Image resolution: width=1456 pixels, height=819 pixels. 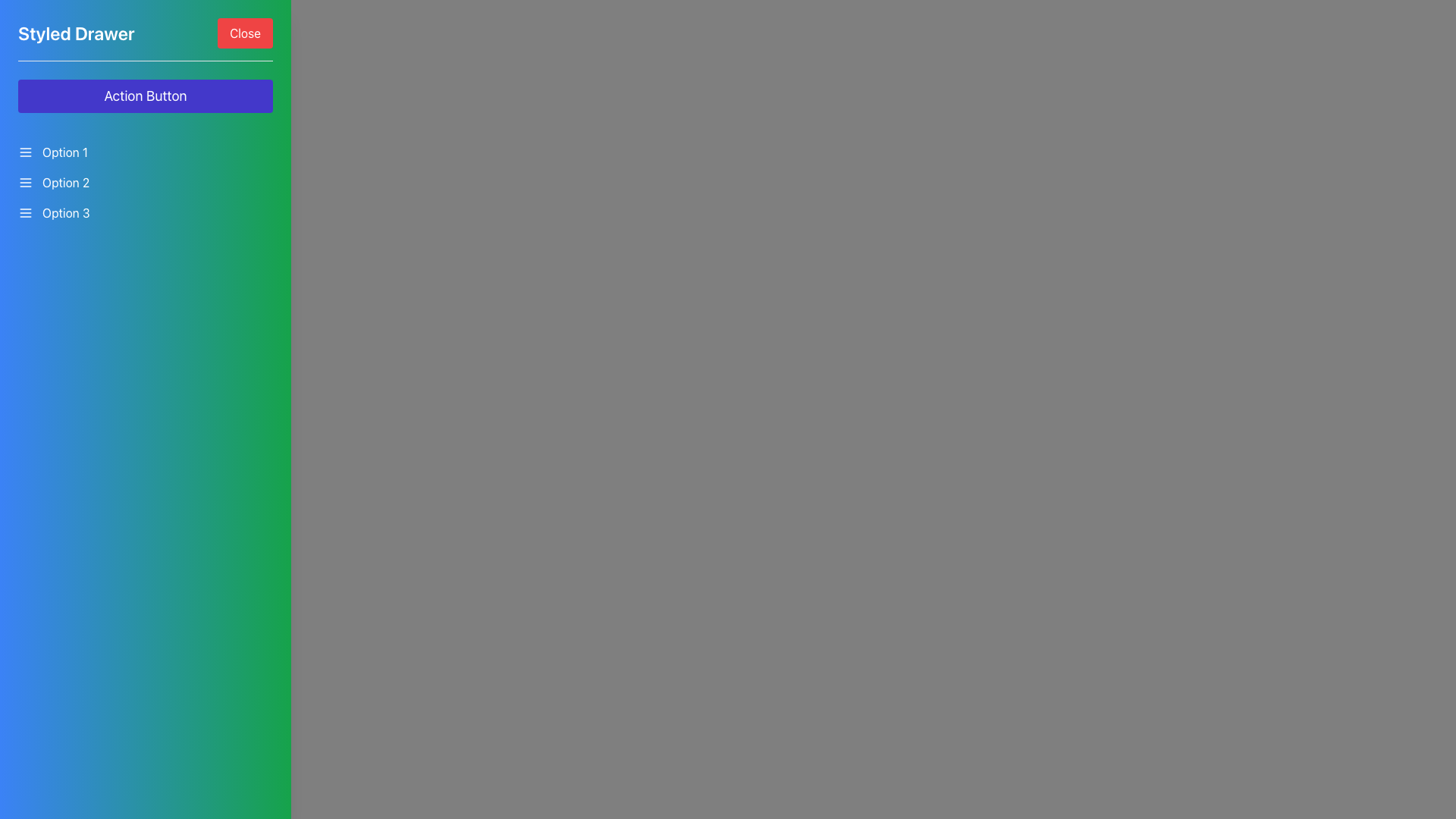 I want to click on the third item in a vertical list of options, so click(x=146, y=213).